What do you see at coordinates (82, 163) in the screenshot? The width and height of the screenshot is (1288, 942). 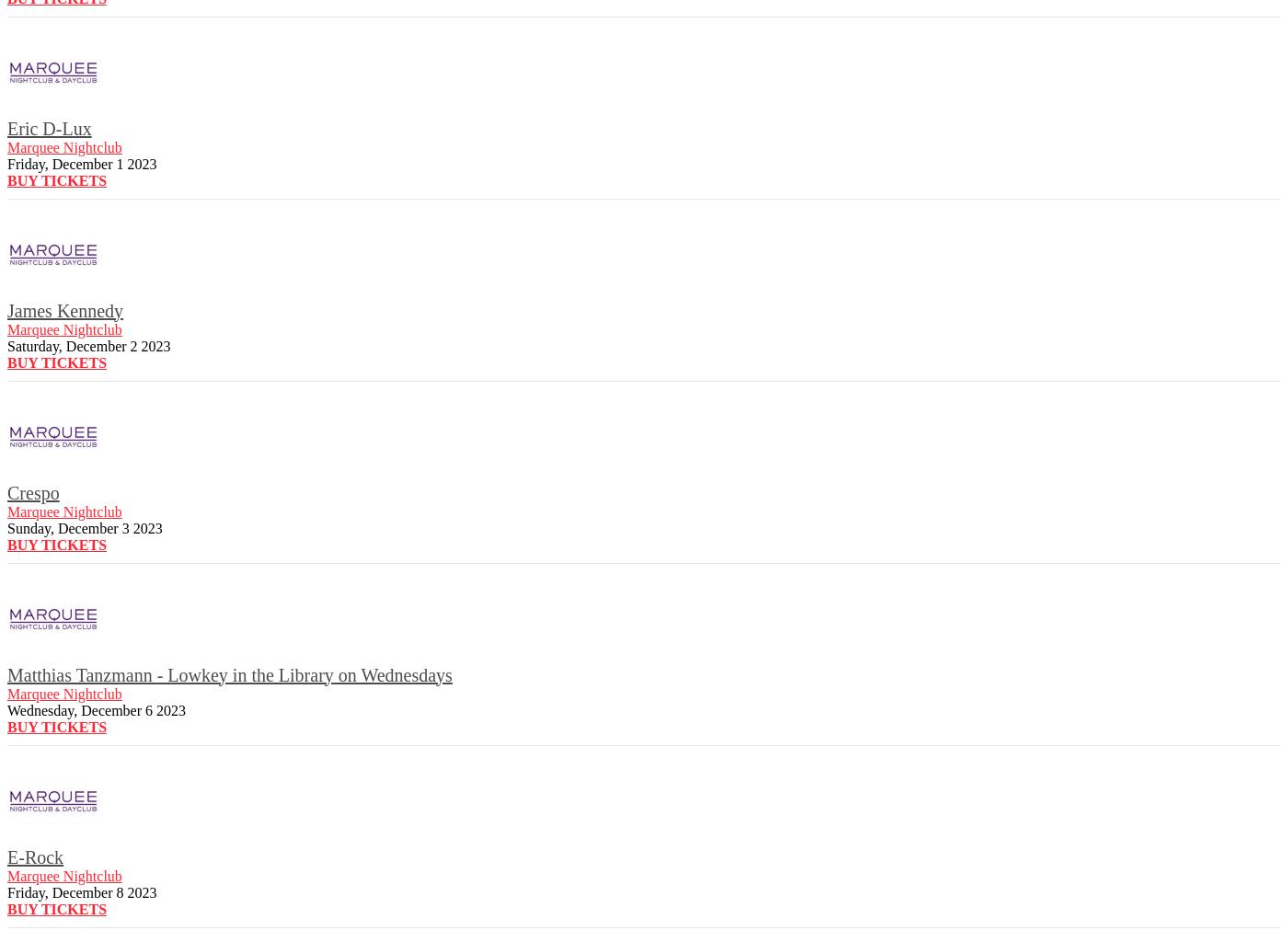 I see `'Friday, December 1 2023'` at bounding box center [82, 163].